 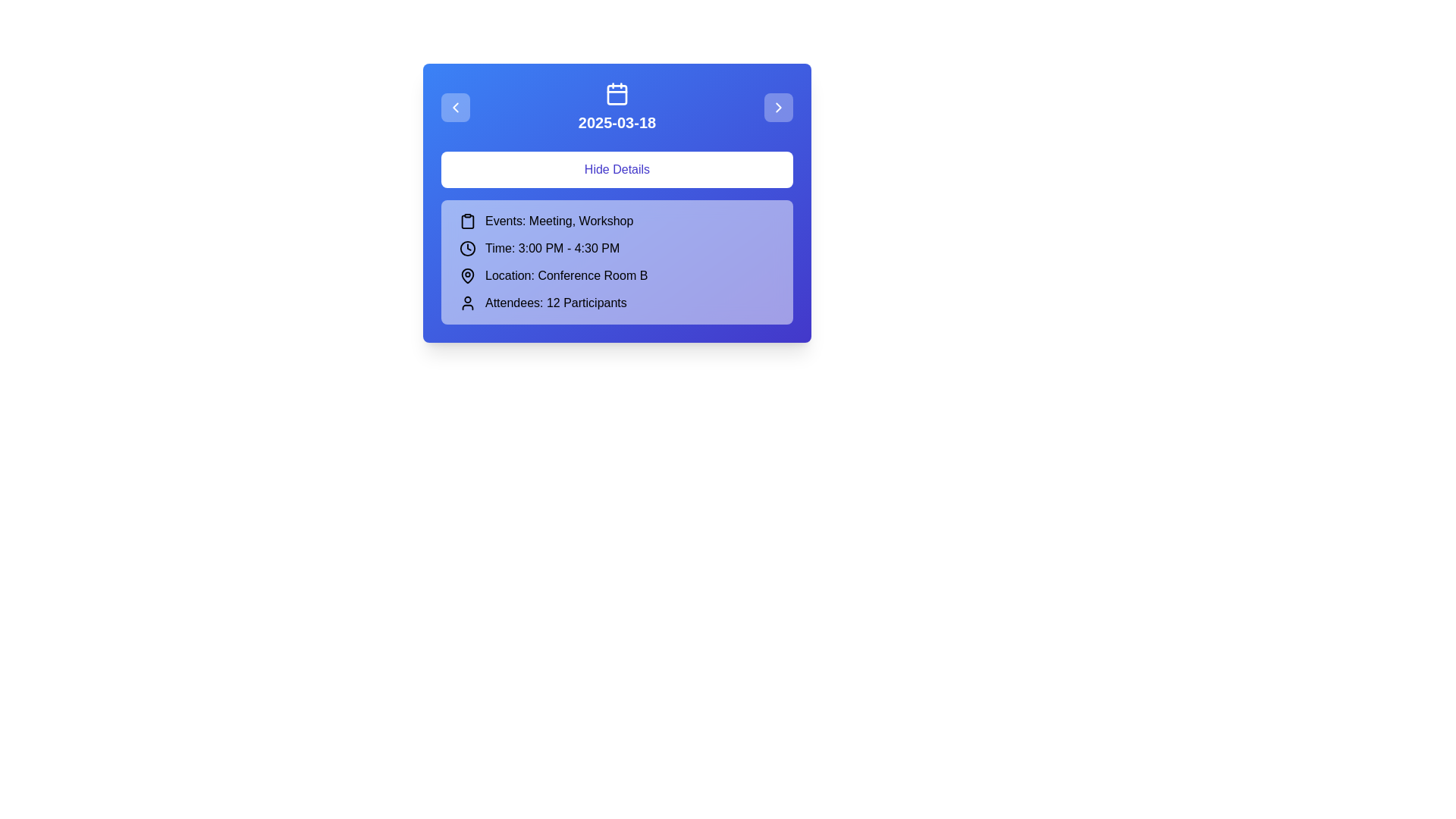 What do you see at coordinates (467, 221) in the screenshot?
I see `the clipboard-like icon located near the top left of the highlighted information block, aligned with the text 'Events: Meeting, Workshop'` at bounding box center [467, 221].